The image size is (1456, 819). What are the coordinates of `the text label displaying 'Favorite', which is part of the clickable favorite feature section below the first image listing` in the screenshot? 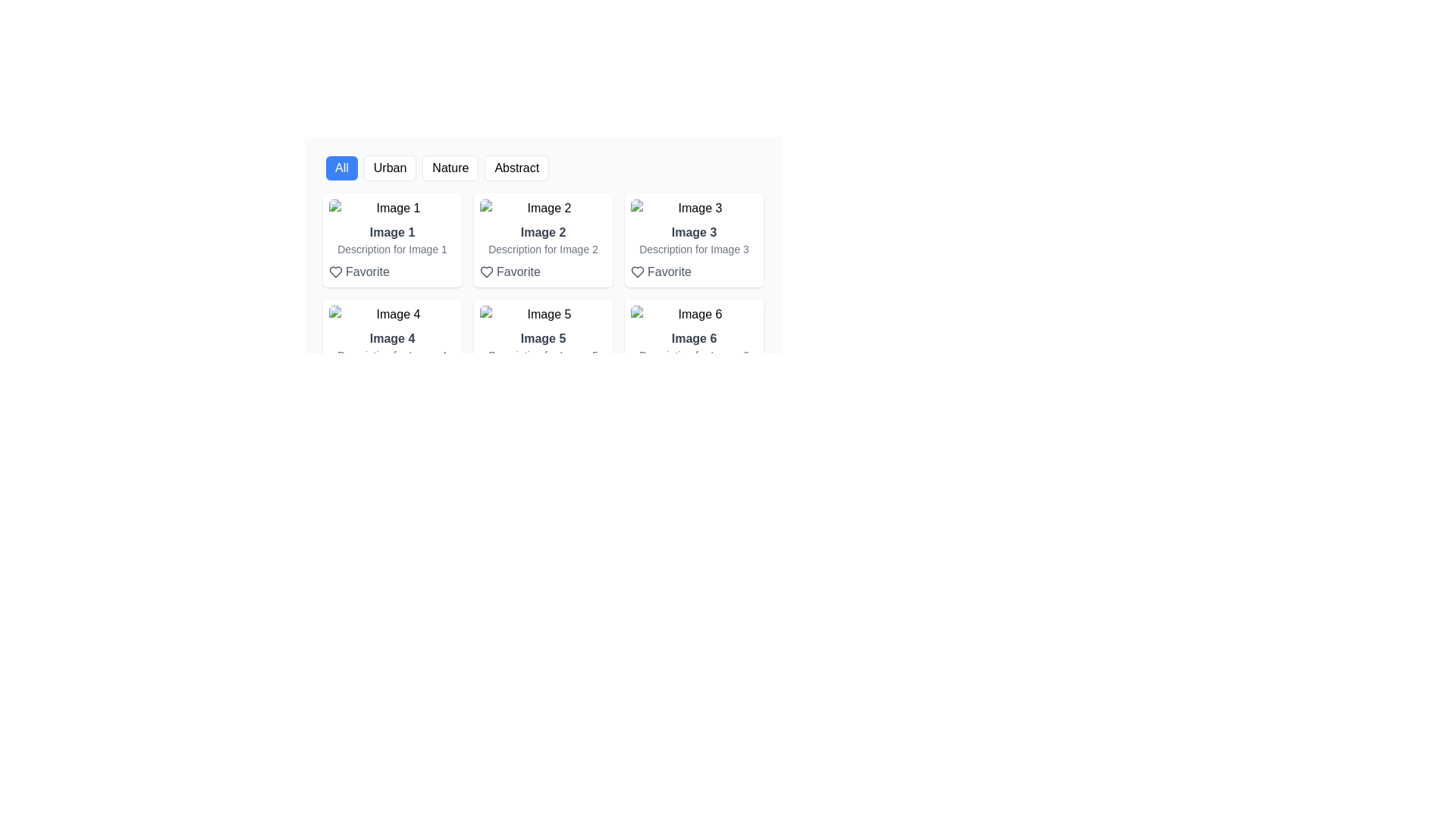 It's located at (367, 271).